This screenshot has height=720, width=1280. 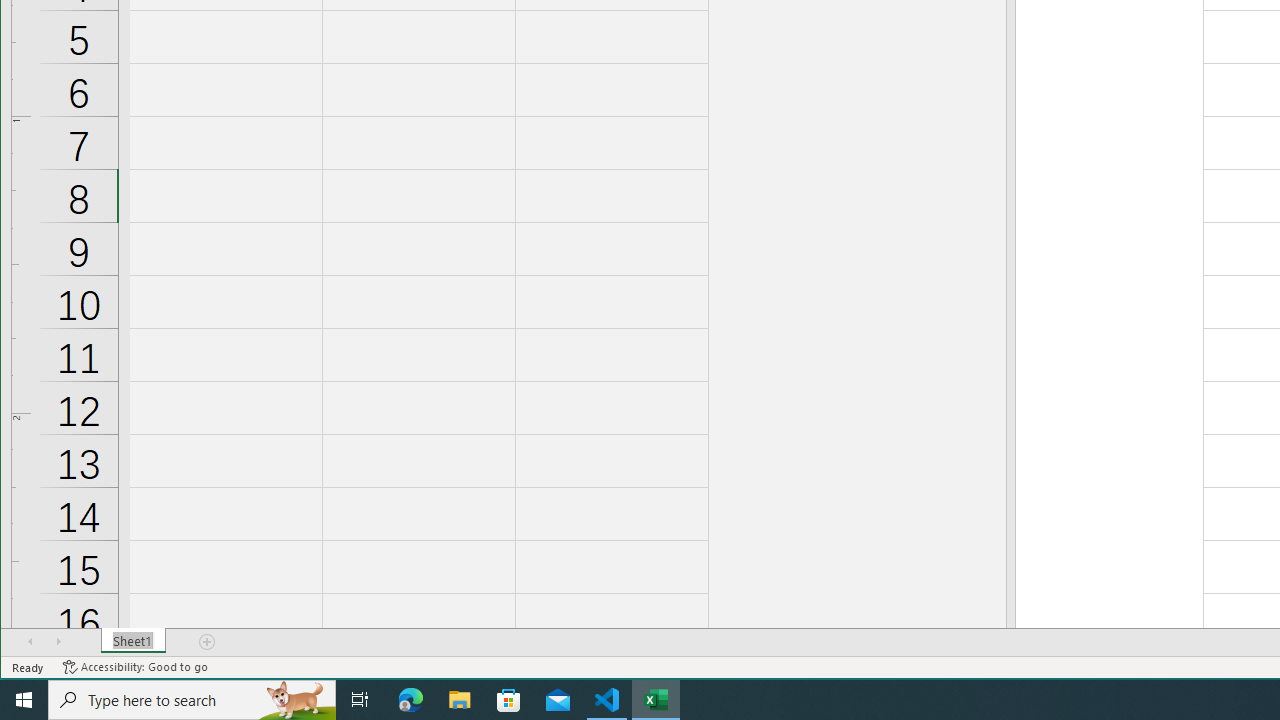 I want to click on 'Search highlights icon opens search home window', so click(x=294, y=698).